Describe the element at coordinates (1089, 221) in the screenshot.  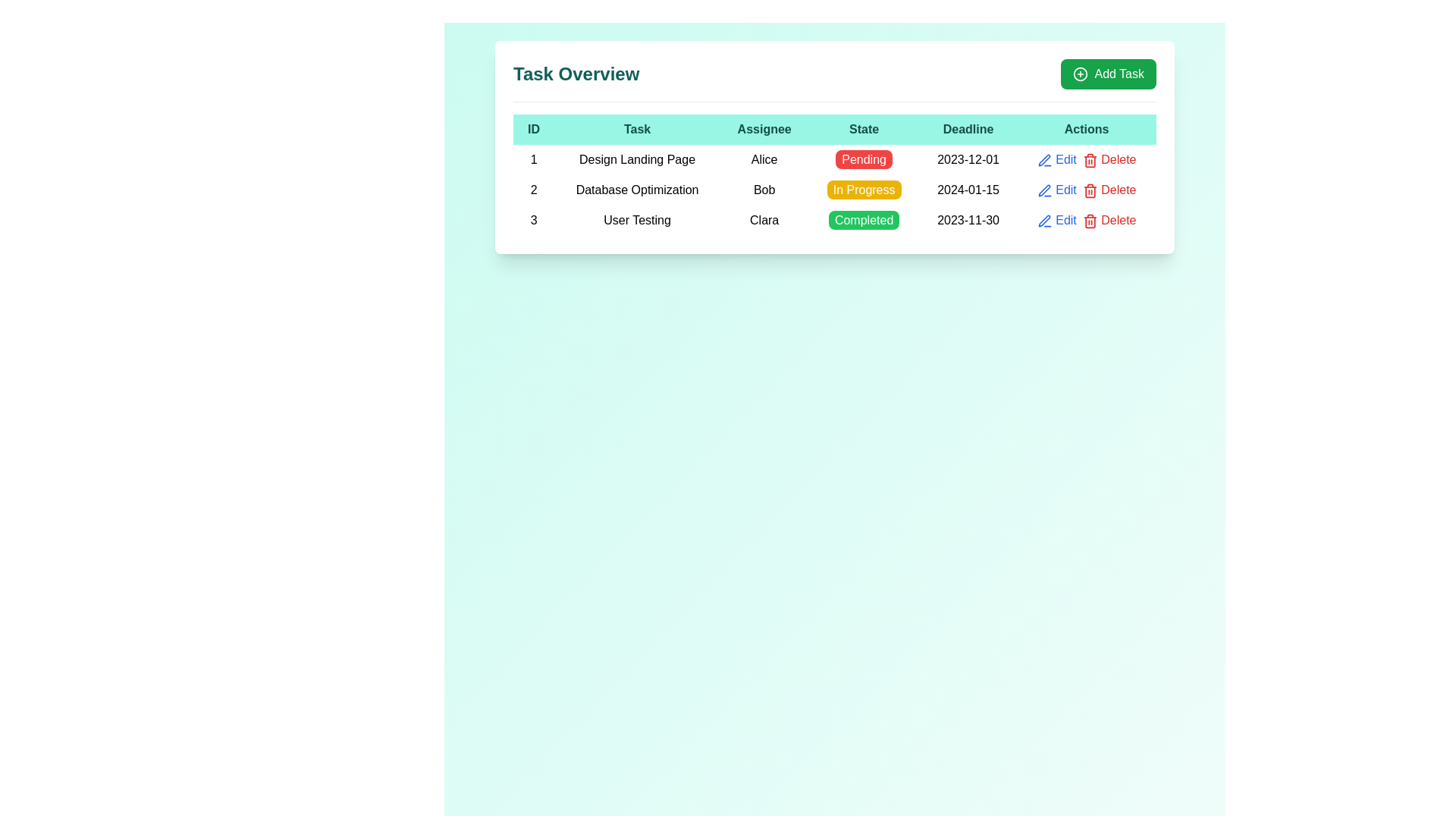
I see `the red-colored trash can icon in the 'Actions' column of the third row of the table` at that location.